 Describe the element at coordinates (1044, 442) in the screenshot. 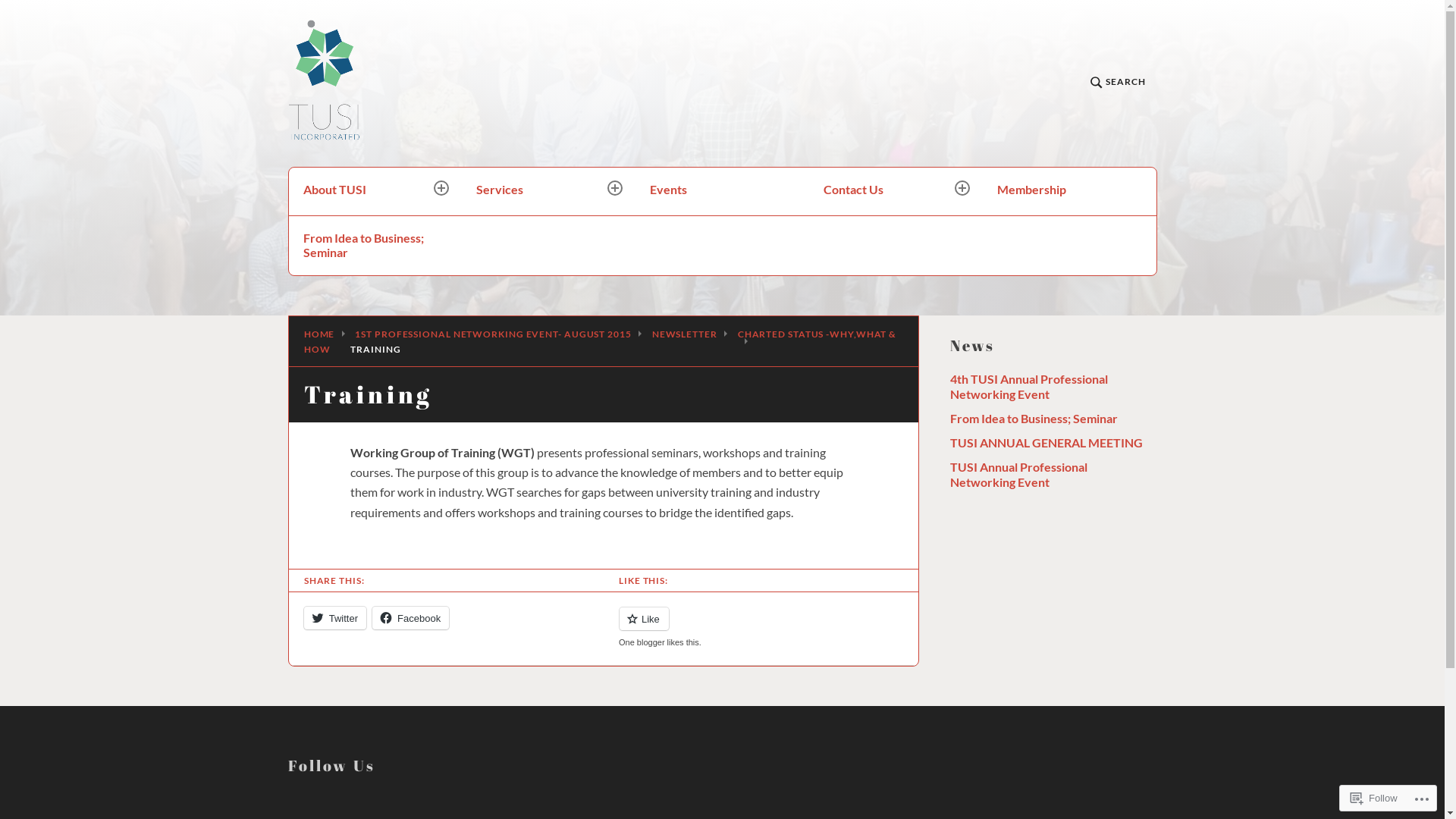

I see `'TUSI ANNUAL GENERAL MEETING'` at that location.